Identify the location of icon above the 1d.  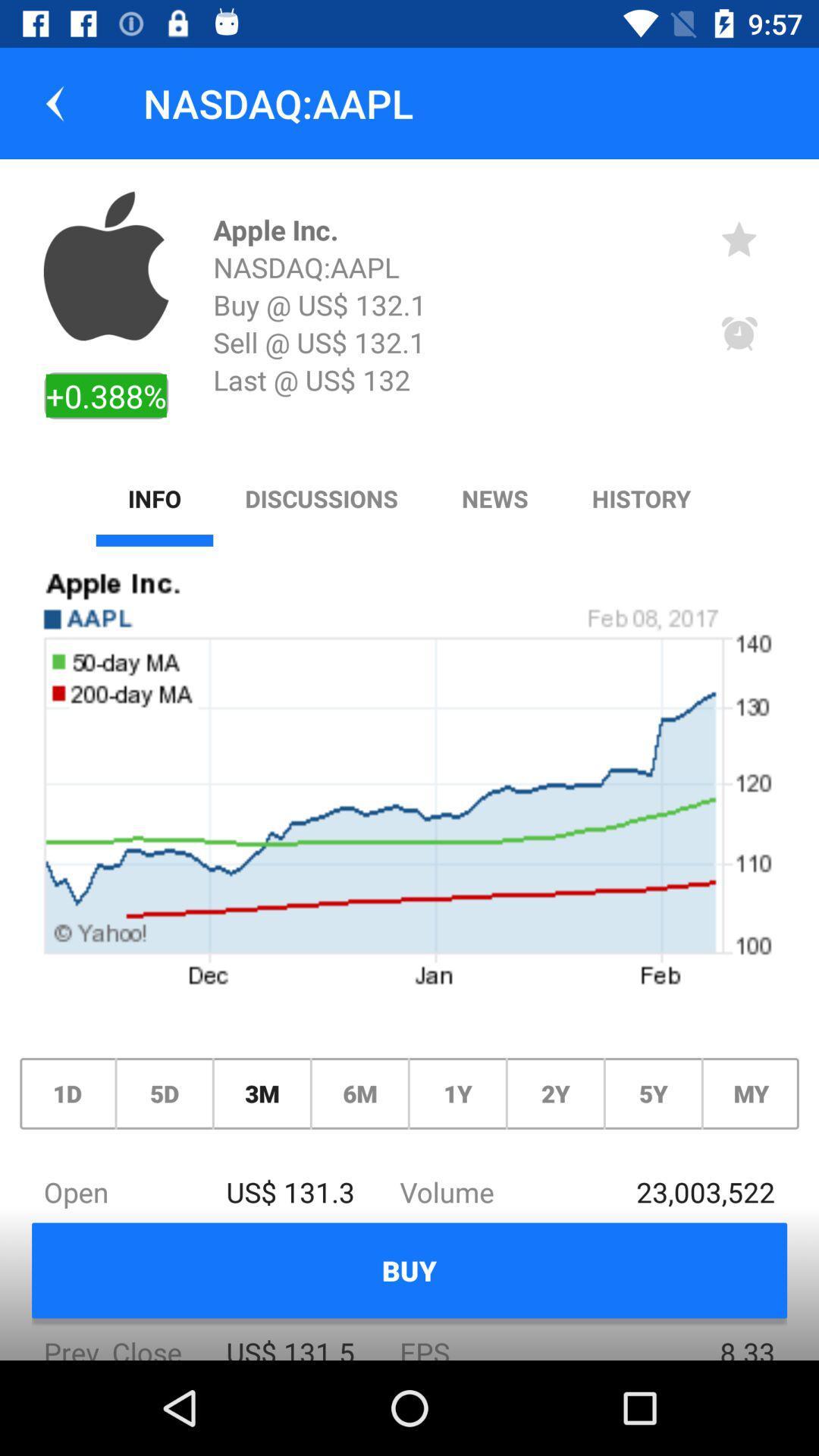
(409, 786).